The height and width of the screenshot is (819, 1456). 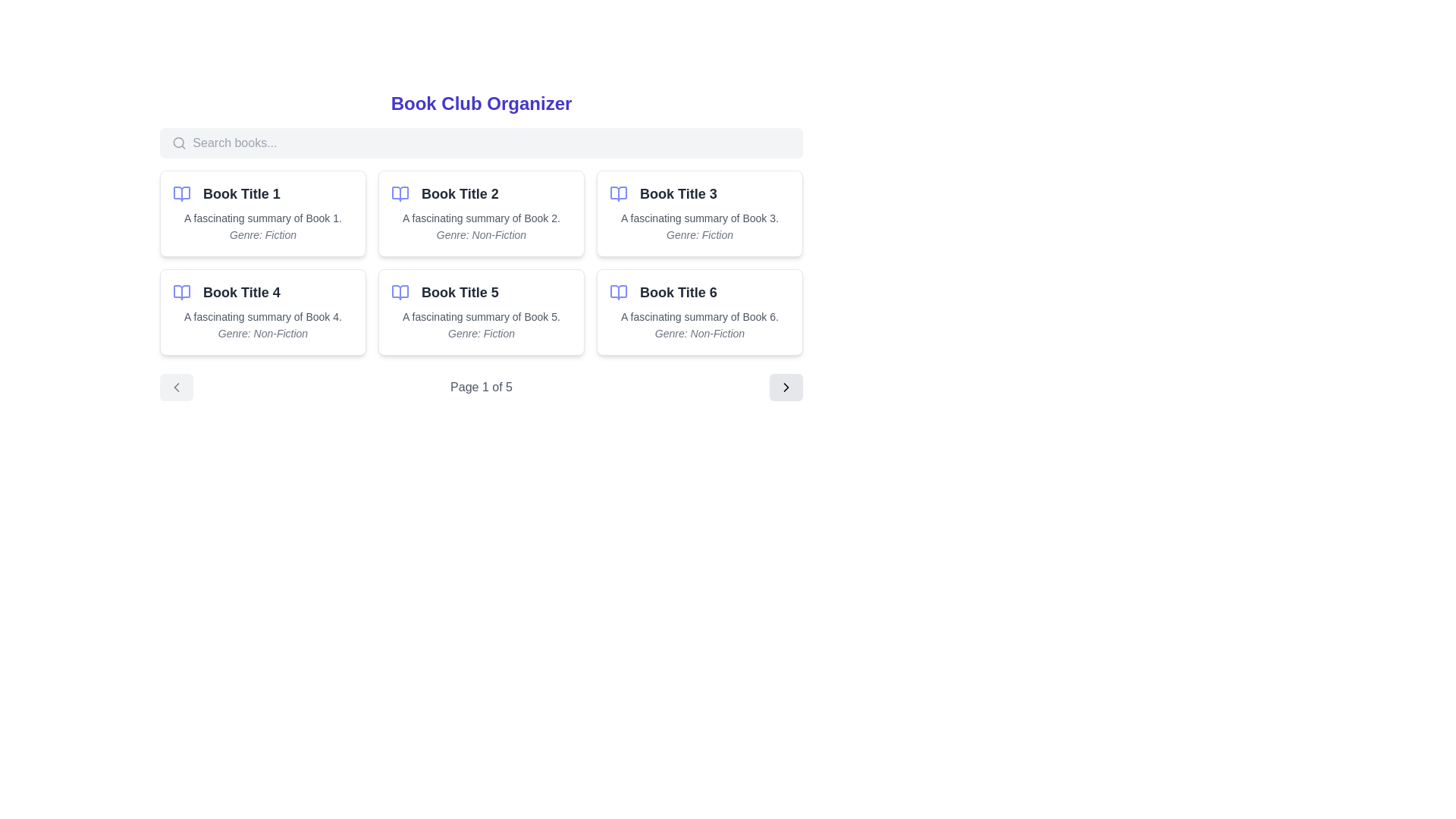 What do you see at coordinates (698, 292) in the screenshot?
I see `the text label element for 'Book Title 6' located in the sixth card of the grid layout` at bounding box center [698, 292].